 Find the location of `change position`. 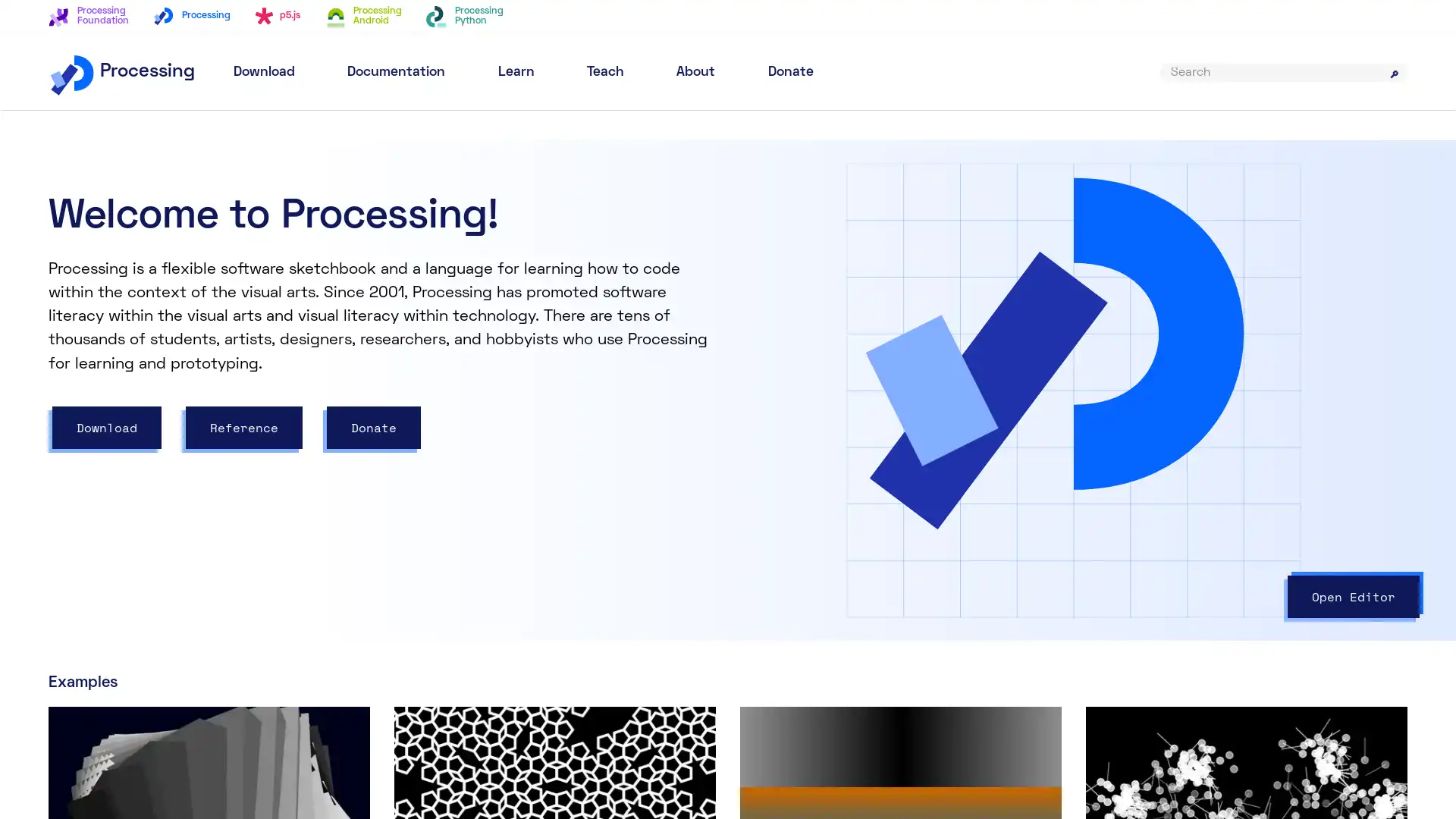

change position is located at coordinates (822, 416).